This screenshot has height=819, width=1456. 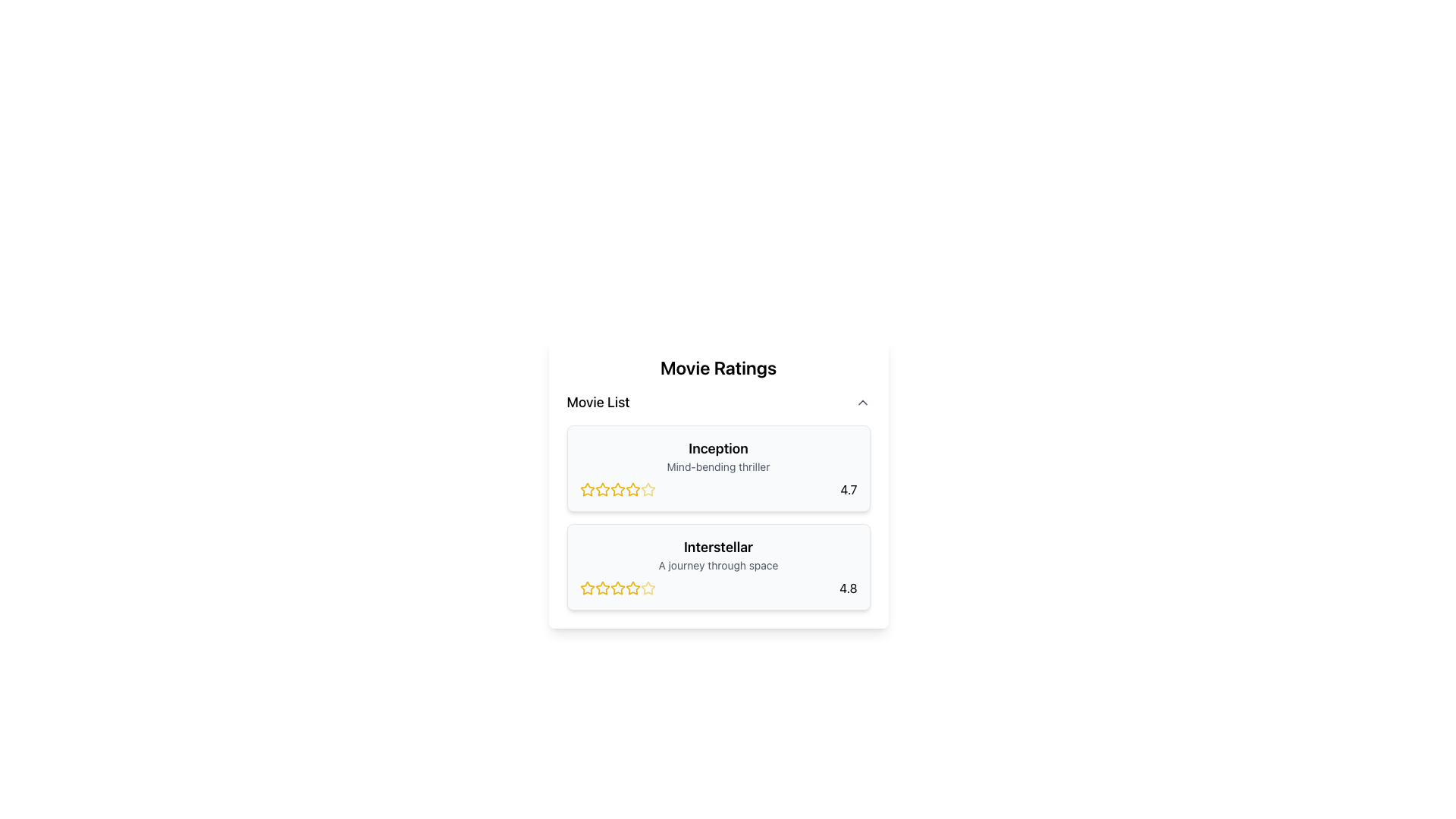 What do you see at coordinates (717, 489) in the screenshot?
I see `the Rating Display element showing a rating score of '4.7' with solid and semi-transparent star icons, located near the title 'Inception'` at bounding box center [717, 489].